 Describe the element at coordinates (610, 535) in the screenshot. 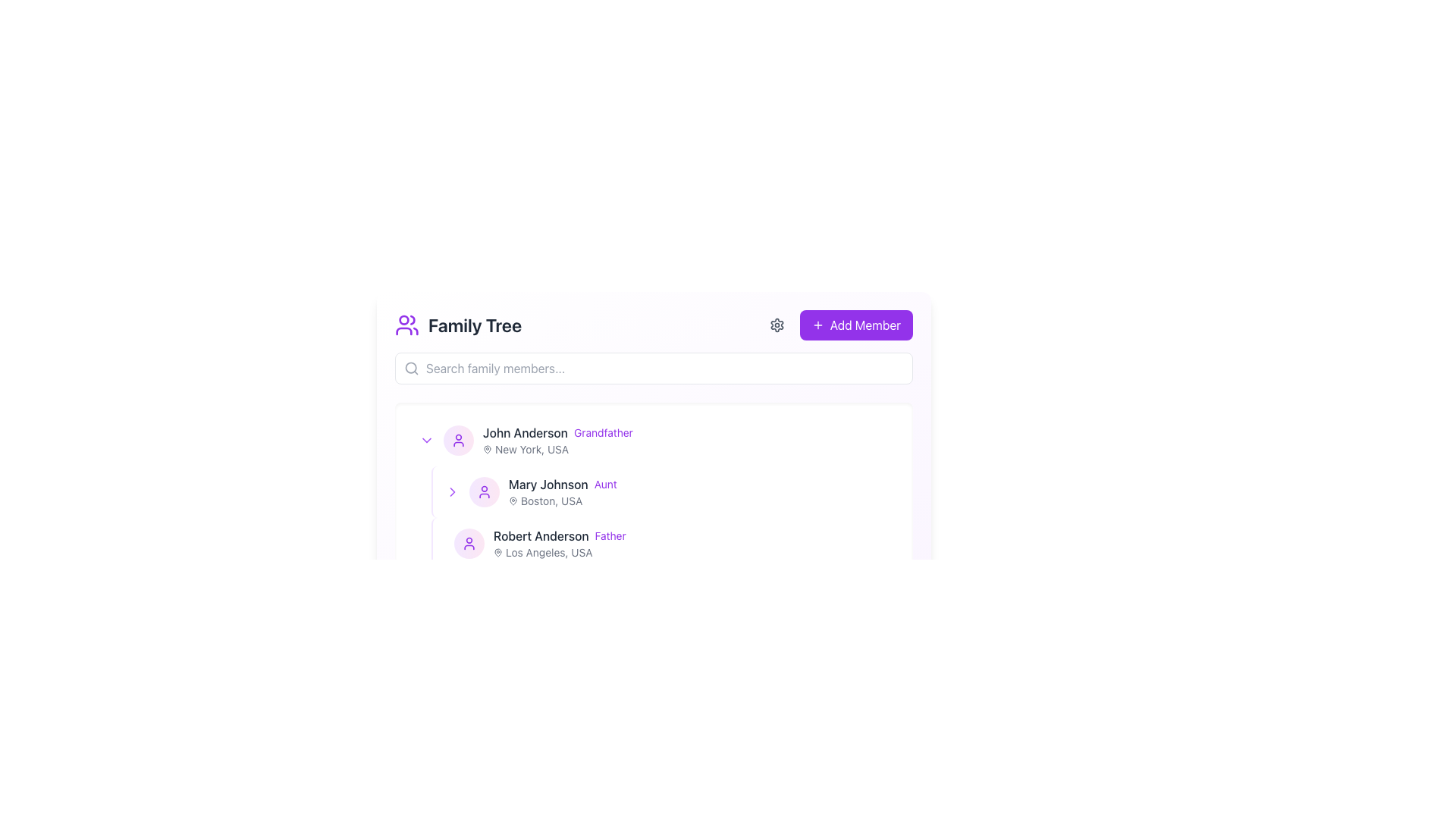

I see `the Text Label denoting the familial relationship of 'Robert Anderson' in the family tree, positioned on the right-hand side of his entry` at that location.